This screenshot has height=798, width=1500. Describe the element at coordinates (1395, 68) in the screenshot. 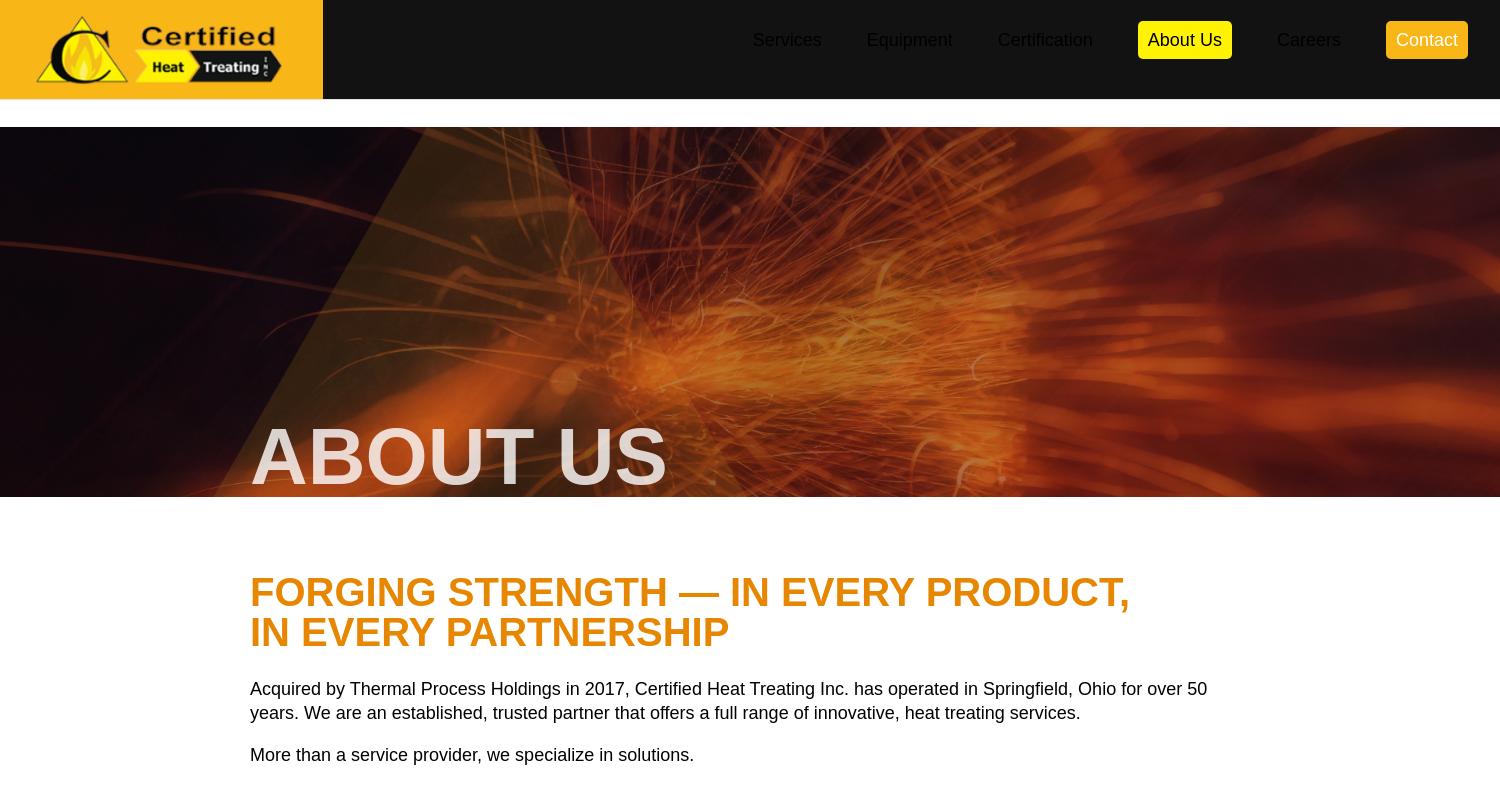

I see `'Contact'` at that location.